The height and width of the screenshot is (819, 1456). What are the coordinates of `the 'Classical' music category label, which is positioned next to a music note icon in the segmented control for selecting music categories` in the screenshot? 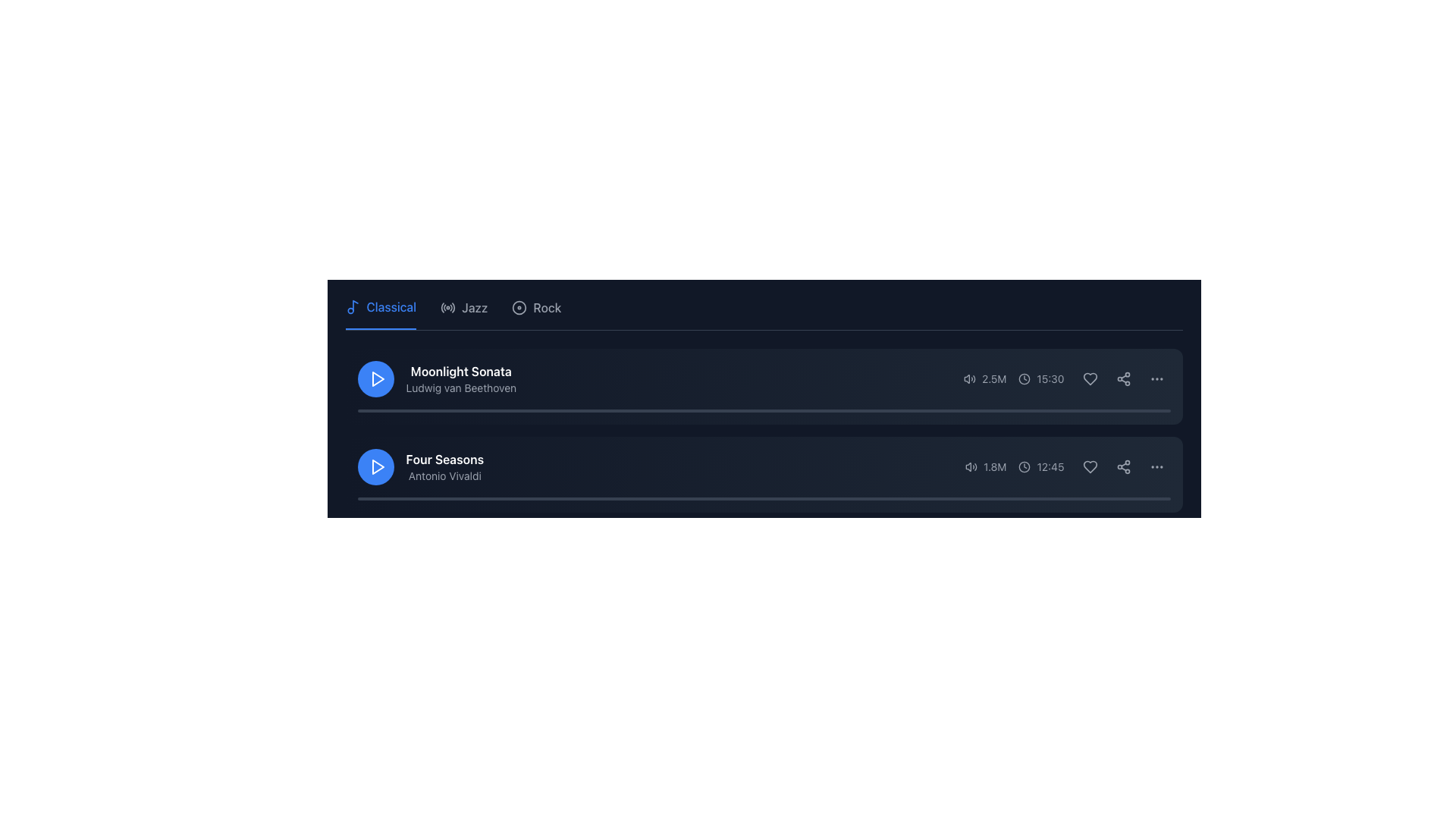 It's located at (391, 307).